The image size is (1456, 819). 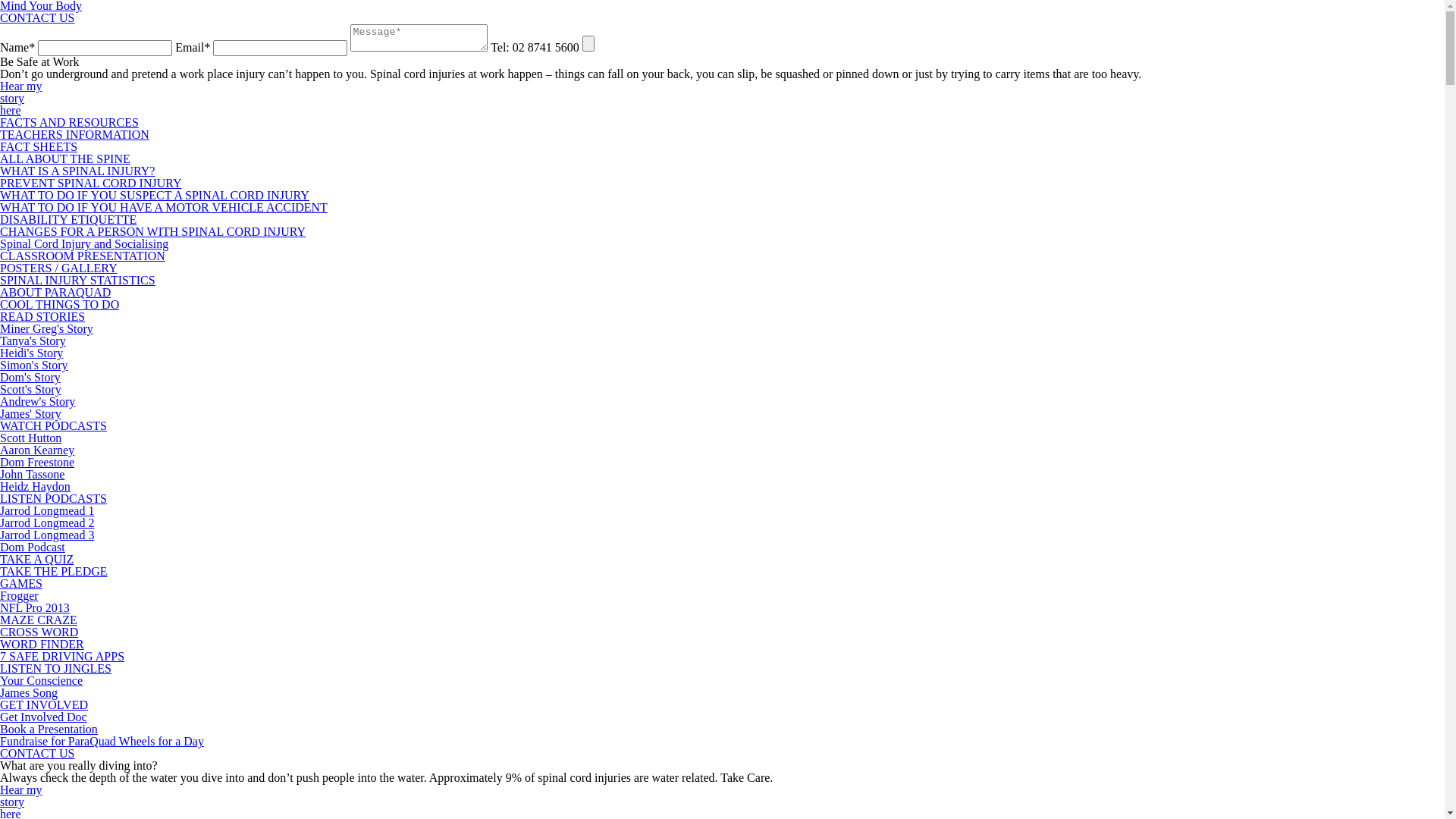 What do you see at coordinates (35, 607) in the screenshot?
I see `'NFL Pro 2013'` at bounding box center [35, 607].